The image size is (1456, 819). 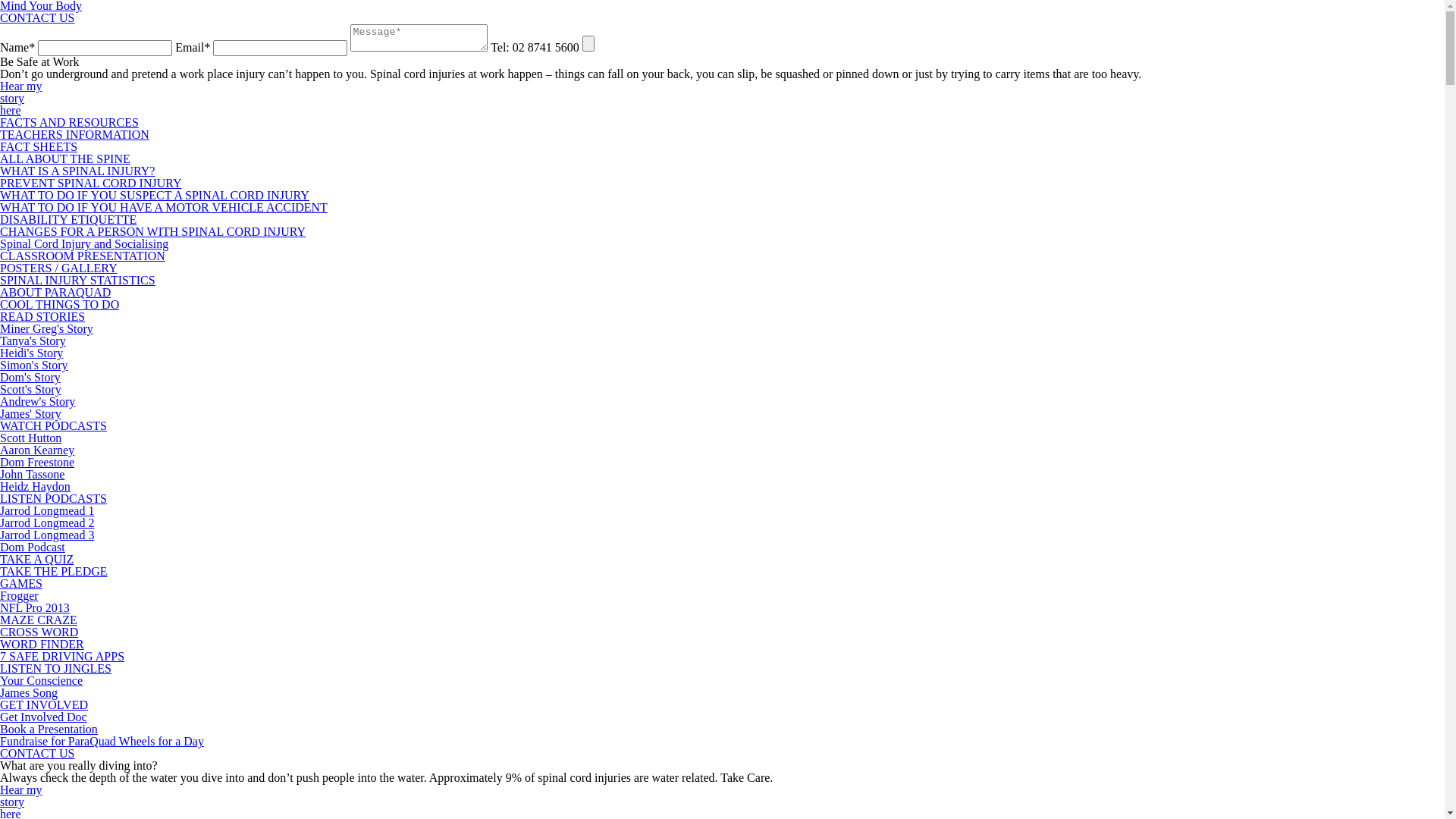 What do you see at coordinates (35, 607) in the screenshot?
I see `'NFL Pro 2013'` at bounding box center [35, 607].